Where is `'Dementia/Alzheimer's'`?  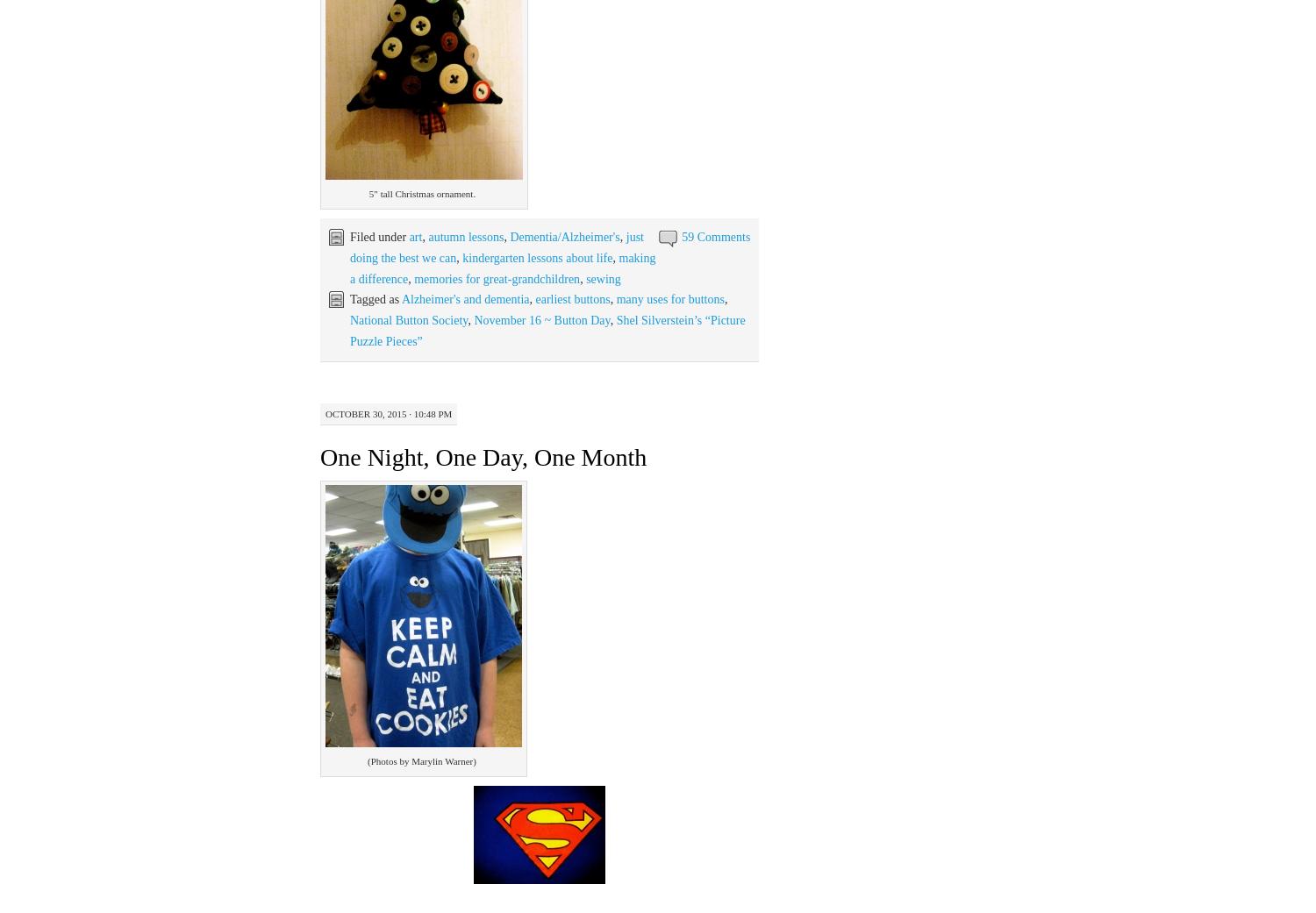
'Dementia/Alzheimer's' is located at coordinates (564, 236).